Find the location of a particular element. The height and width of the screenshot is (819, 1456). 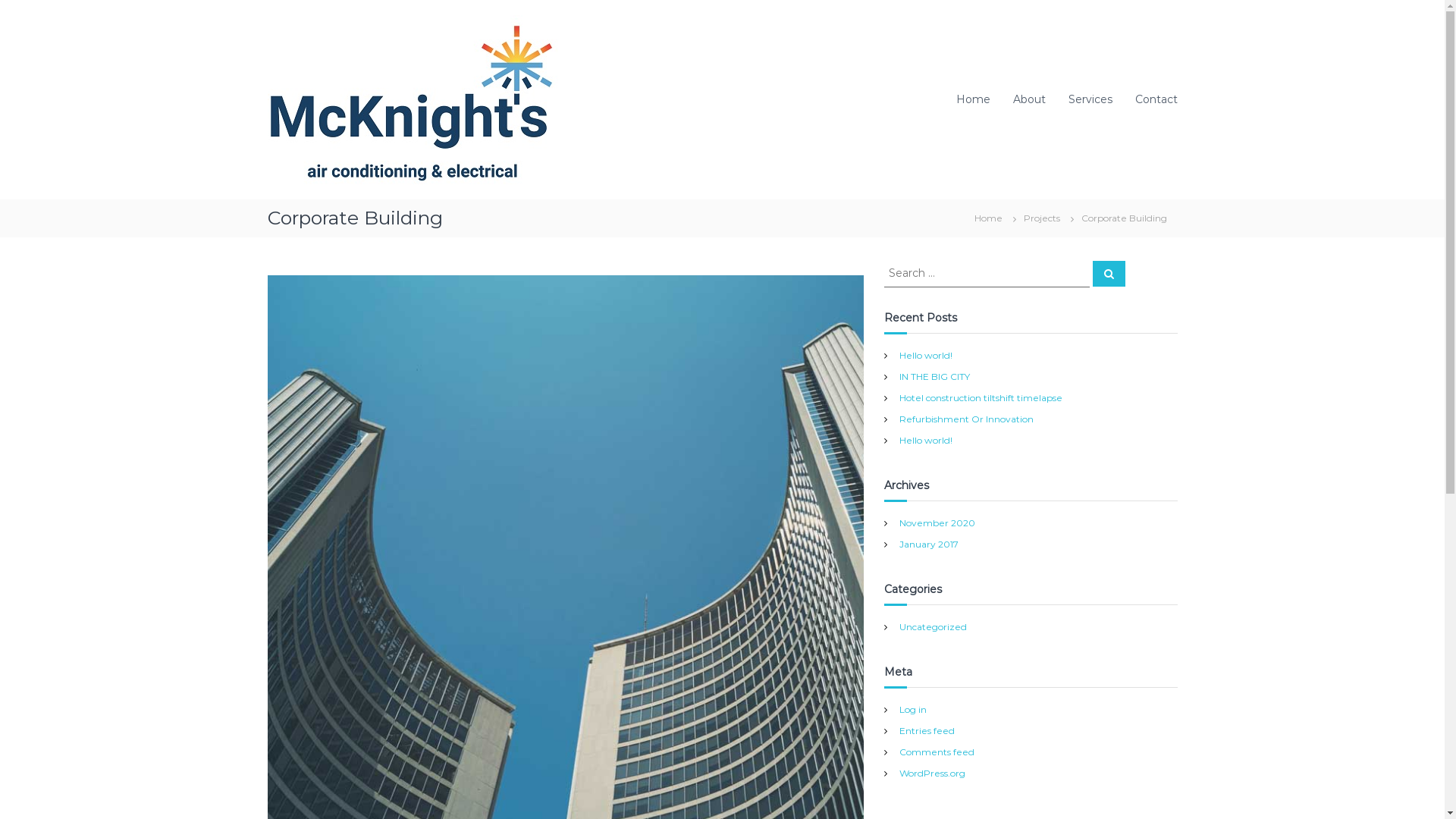

'IN THE BIG CITY' is located at coordinates (934, 375).